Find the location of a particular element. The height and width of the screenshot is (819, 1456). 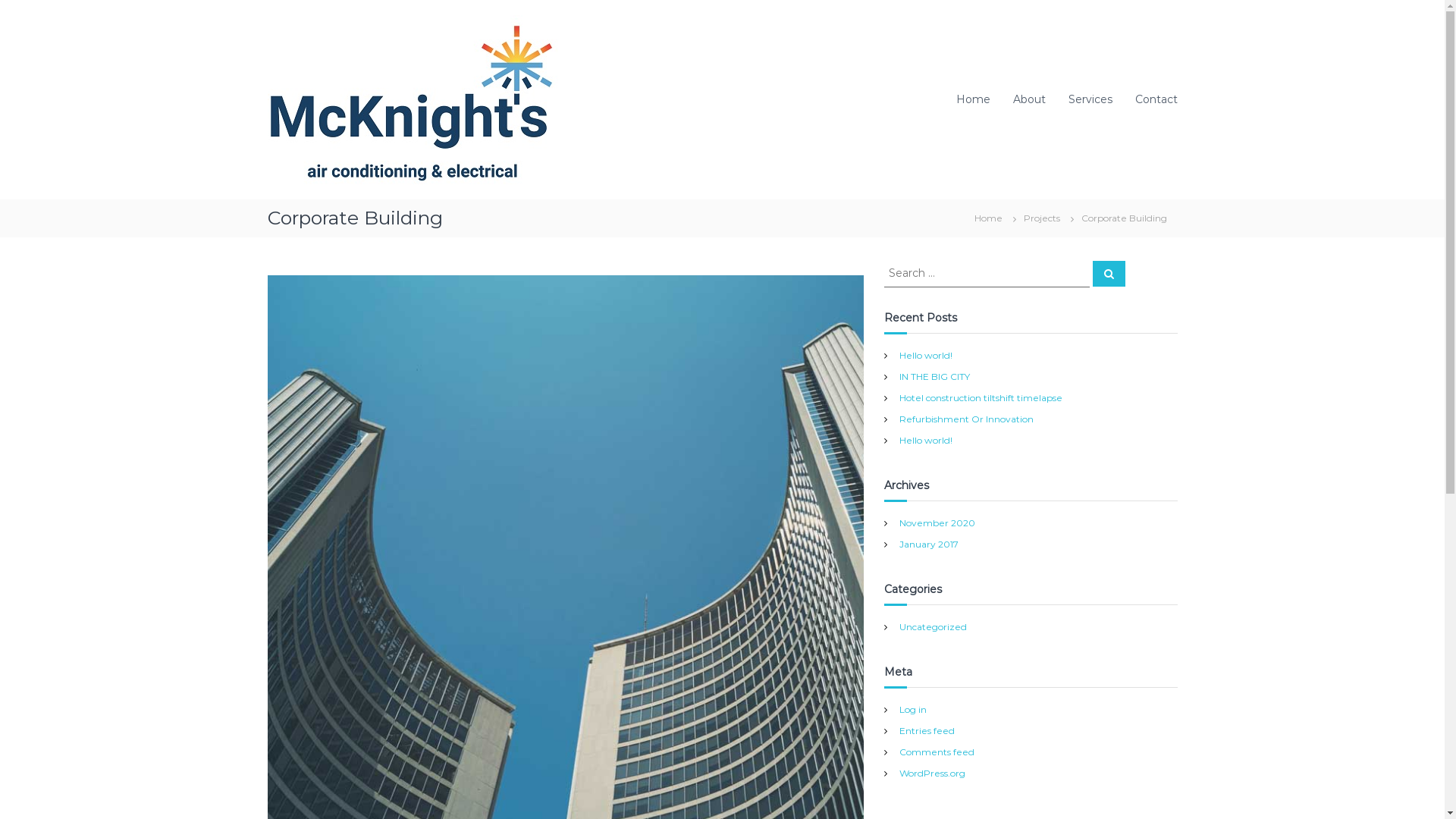

'IN THE BIG CITY' is located at coordinates (934, 375).